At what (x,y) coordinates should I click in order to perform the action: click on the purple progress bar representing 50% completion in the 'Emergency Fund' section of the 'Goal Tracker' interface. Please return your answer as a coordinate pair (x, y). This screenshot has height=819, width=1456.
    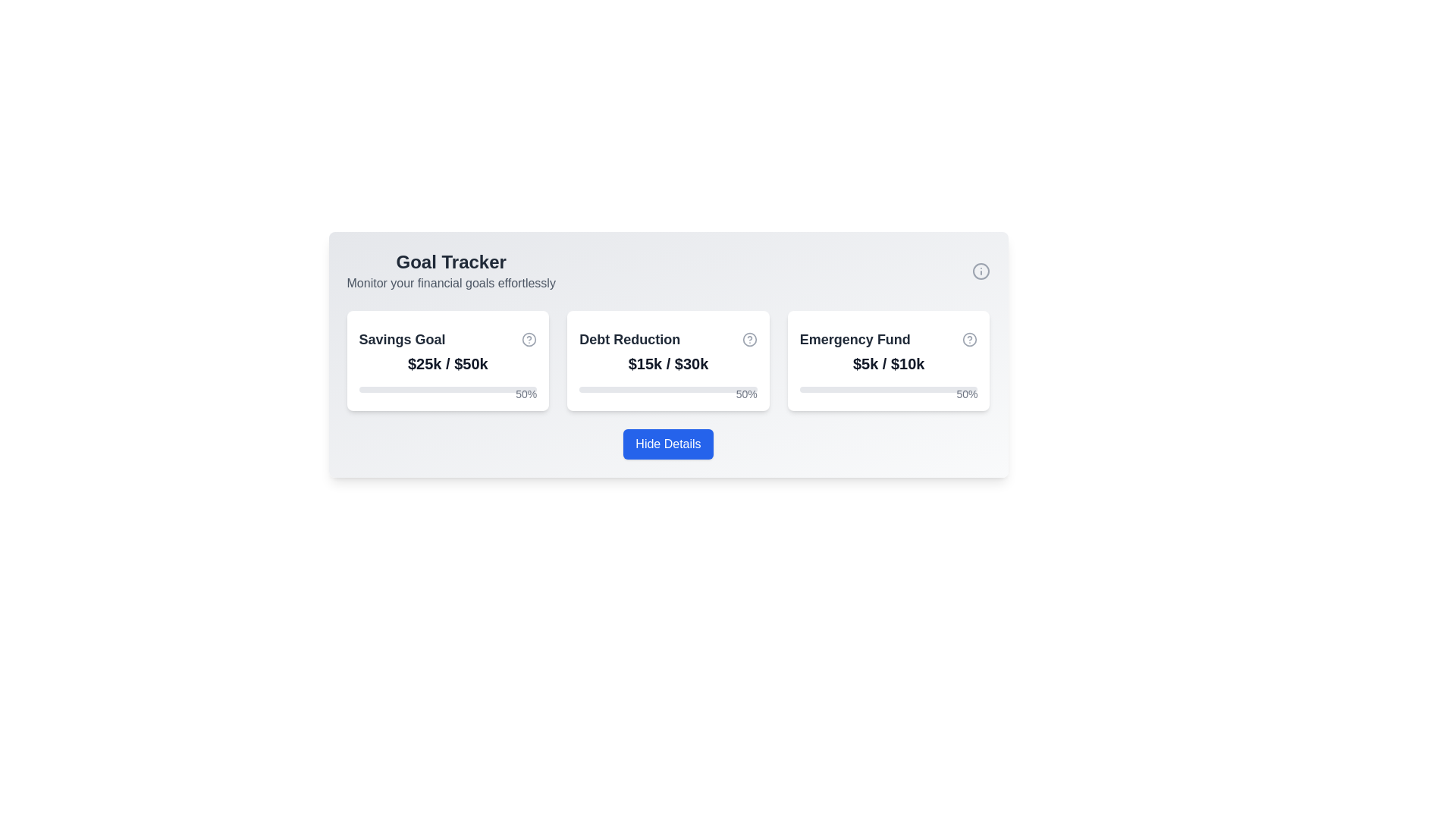
    Looking at the image, I should click on (843, 388).